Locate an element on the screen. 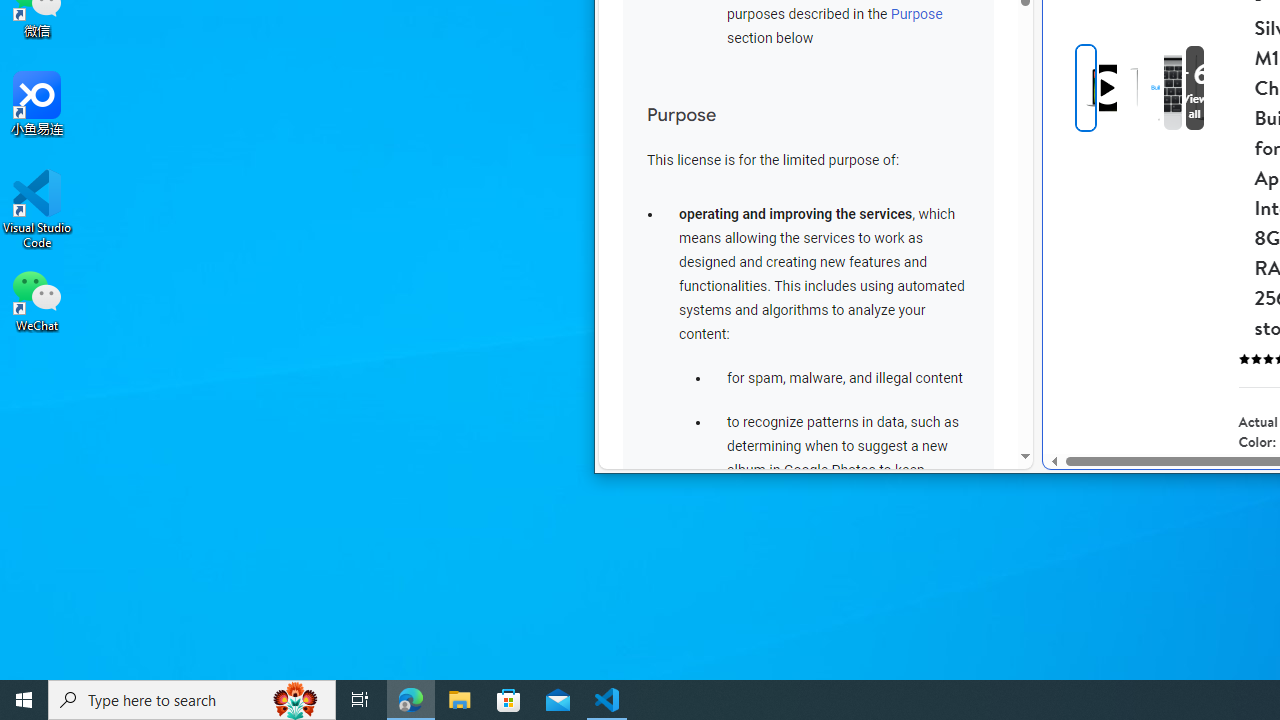 The height and width of the screenshot is (720, 1280). 'Visual Studio Code' is located at coordinates (37, 209).